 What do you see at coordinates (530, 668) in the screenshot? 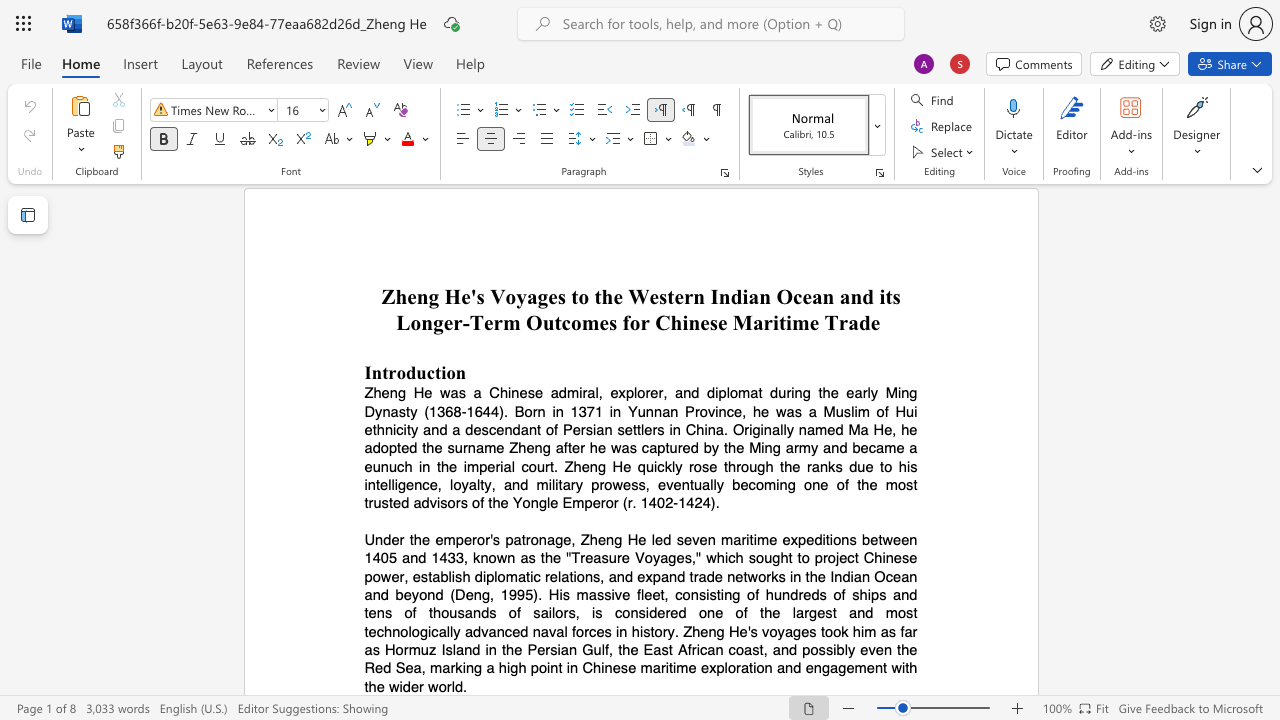
I see `the subset text "point in Chinese maritime expl" within the text "the Red Sea, marking a high point in Chinese maritime exploration and engagement with the wider world."` at bounding box center [530, 668].